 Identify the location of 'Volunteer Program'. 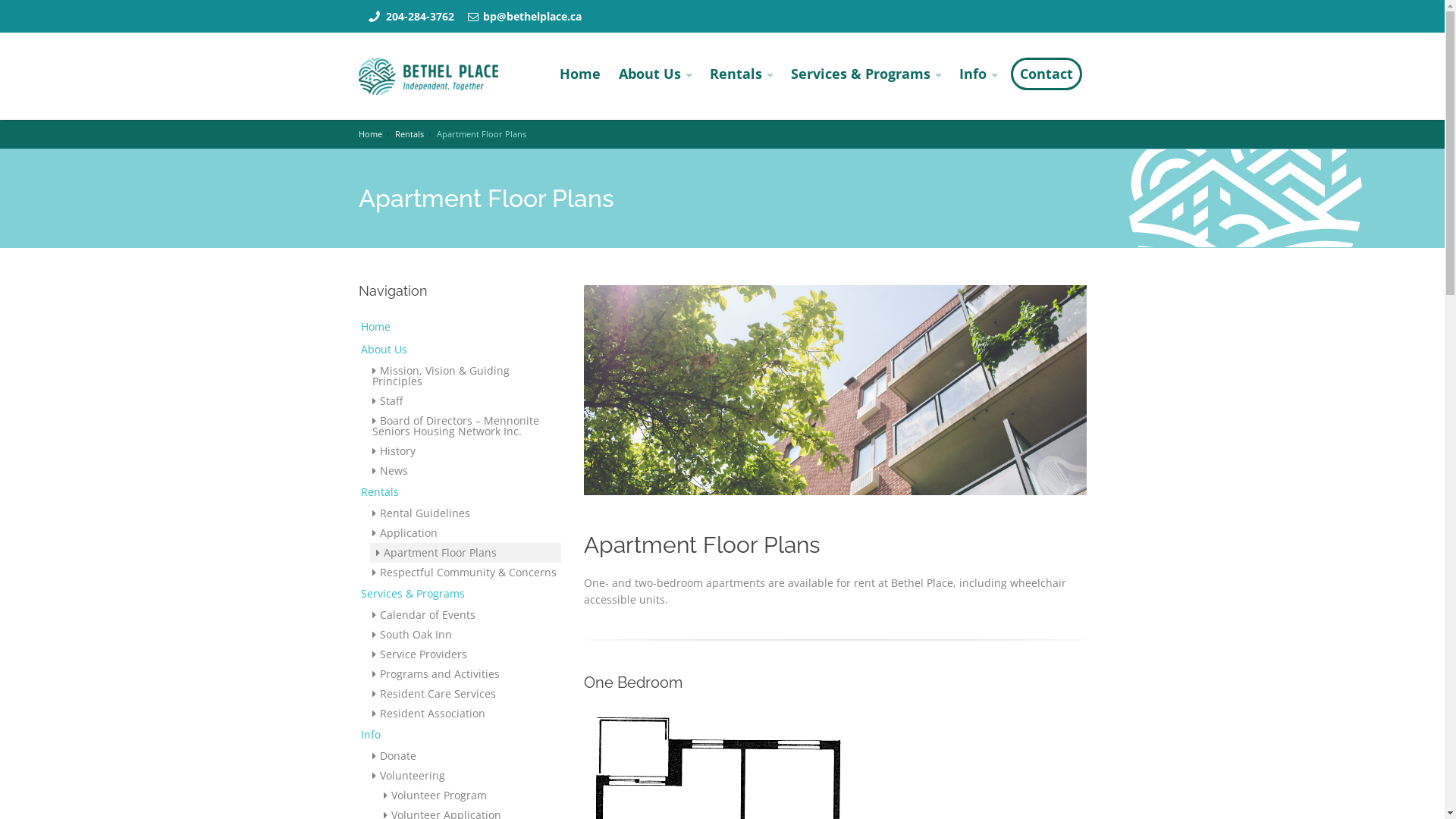
(469, 795).